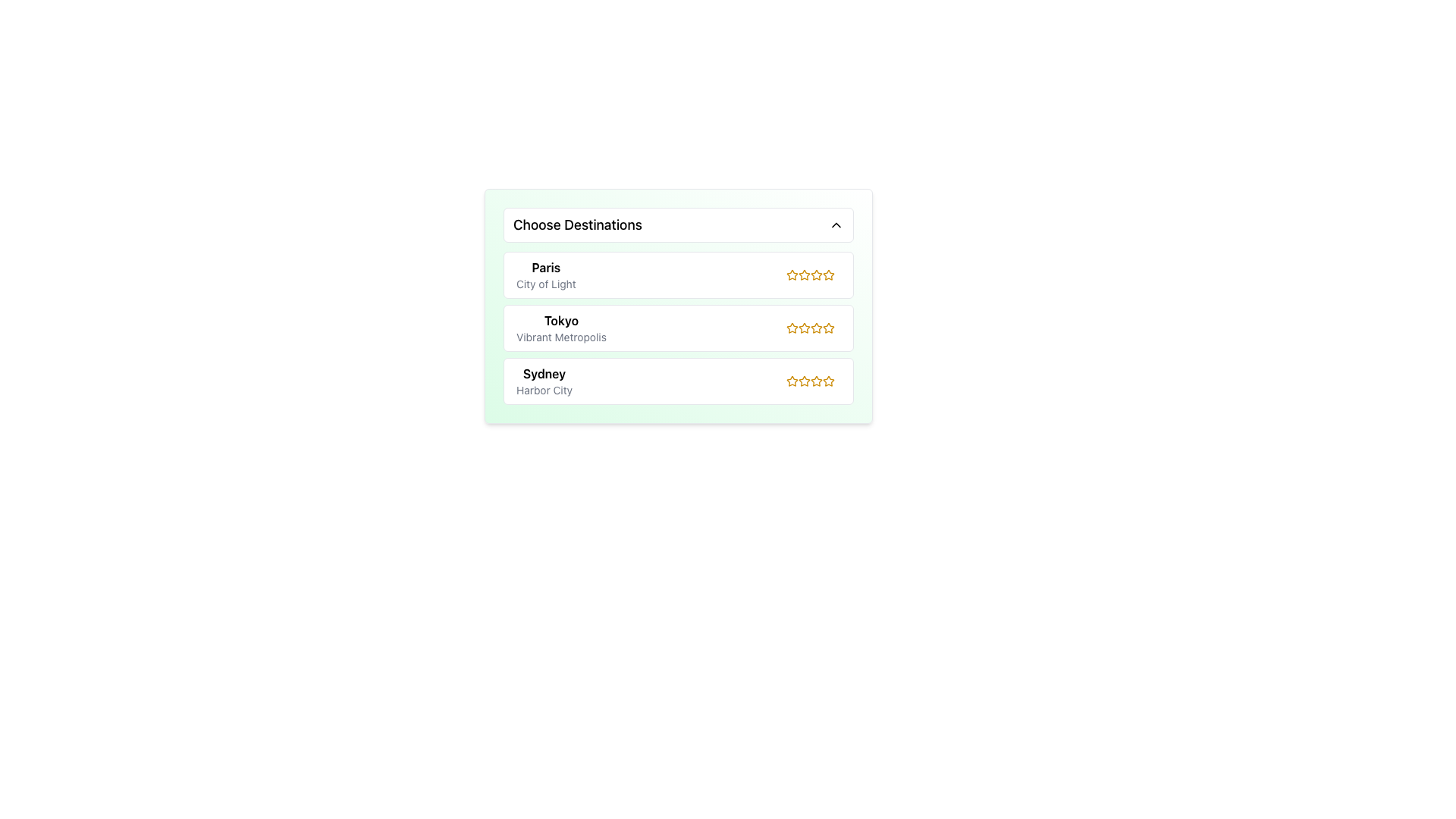 The image size is (1456, 819). I want to click on the fifth star-shaped icon in the rating system for 'Sydney - Harbor City', so click(828, 380).